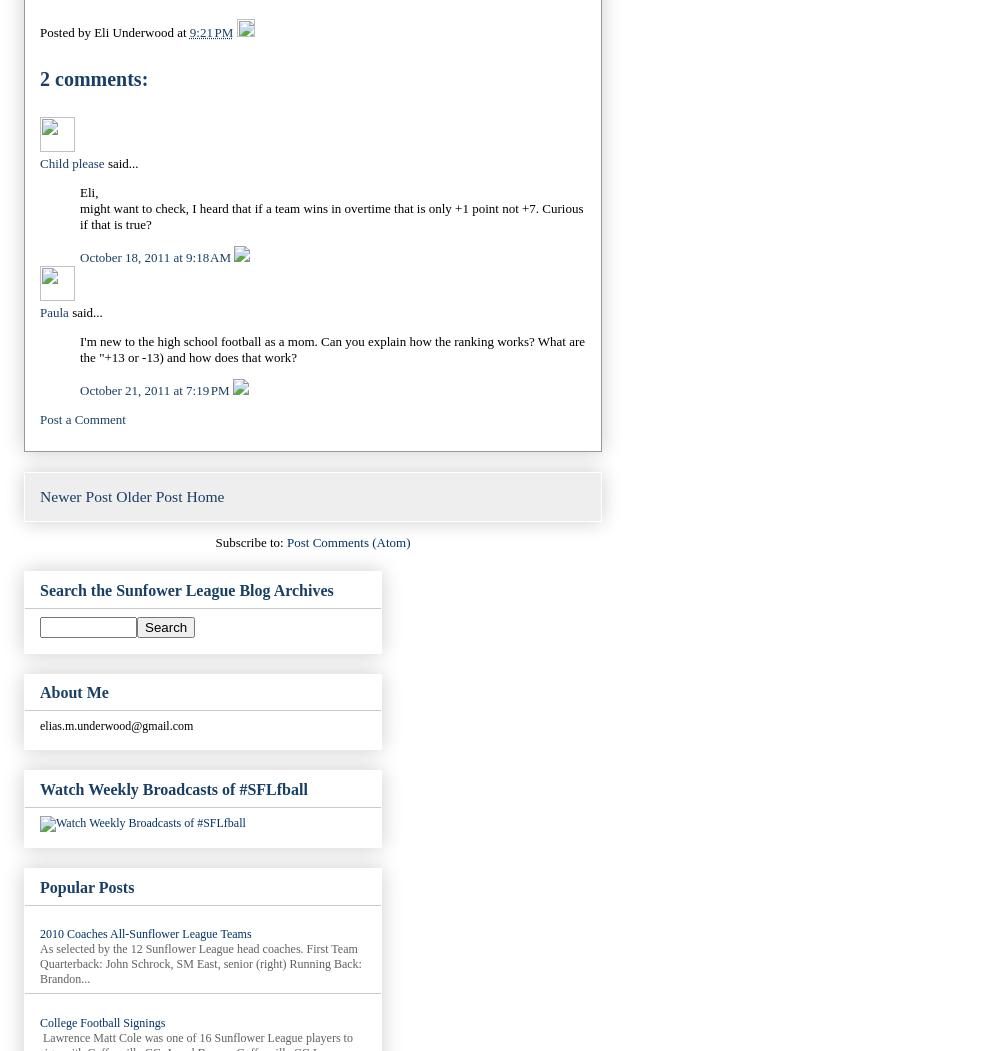  Describe the element at coordinates (210, 32) in the screenshot. I see `'9:21 PM'` at that location.